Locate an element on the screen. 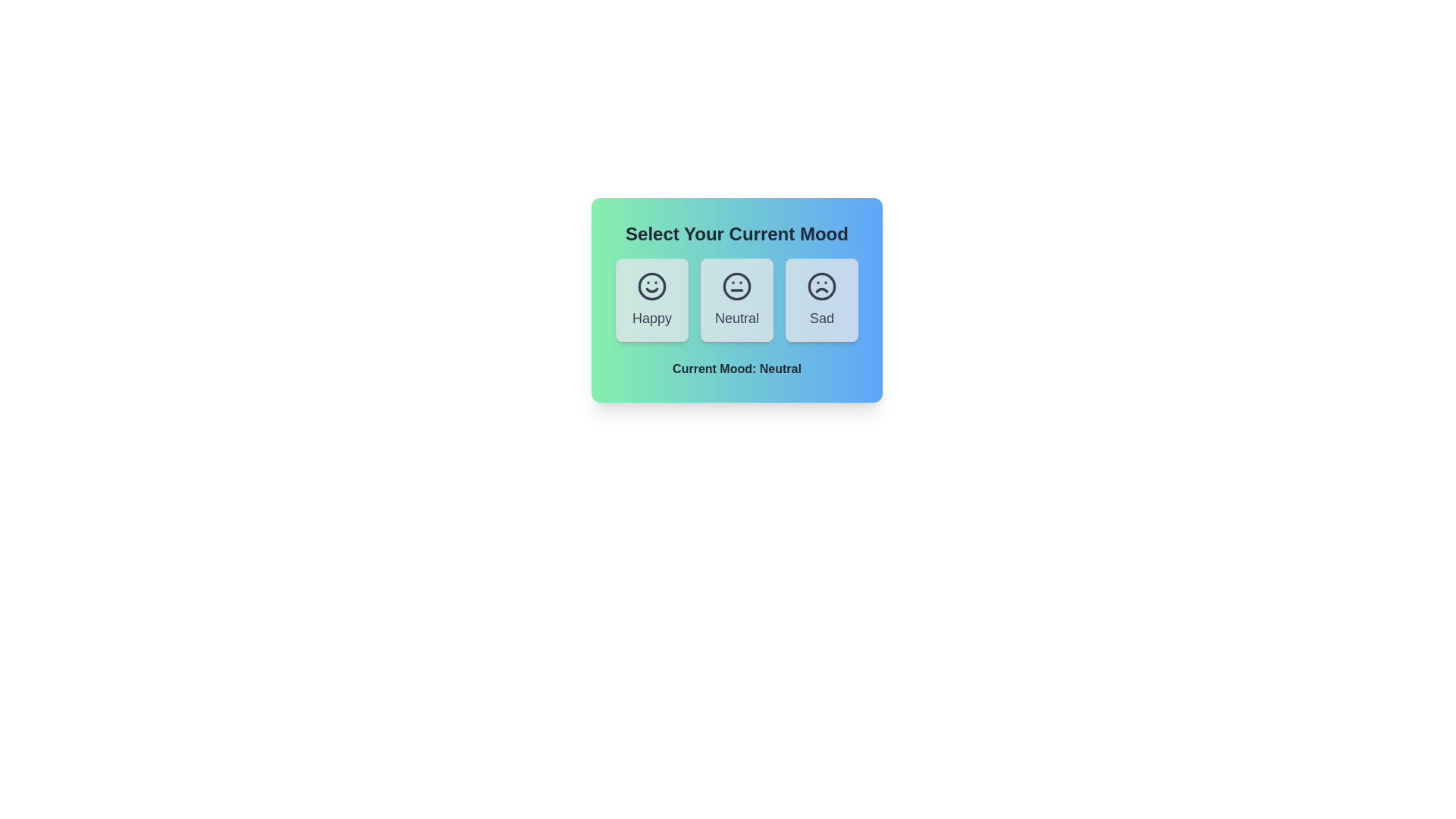  the button corresponding to the mood Neutral is located at coordinates (736, 300).